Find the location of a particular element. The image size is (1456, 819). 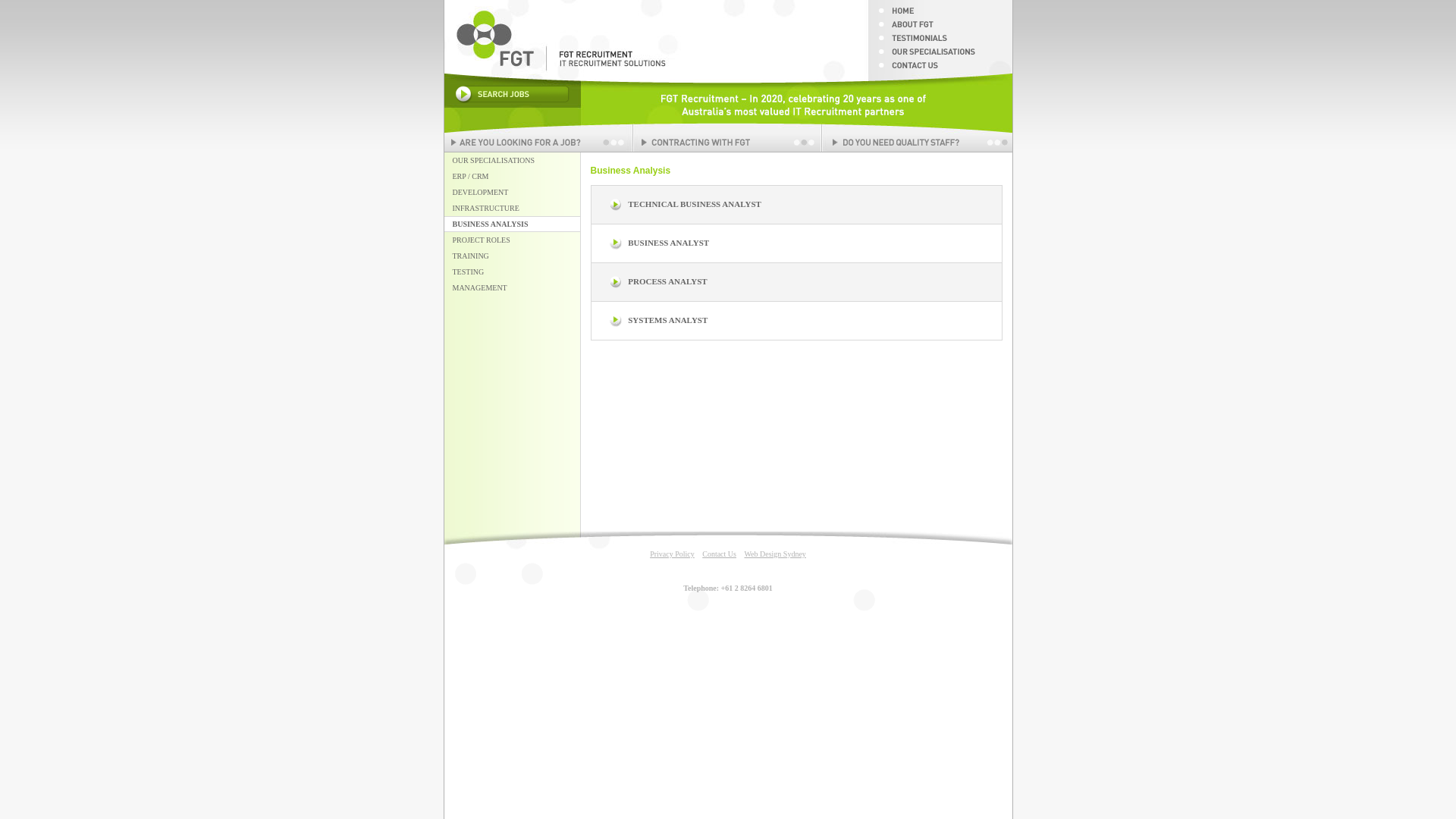

'INFRASTRUCTURE' is located at coordinates (513, 208).